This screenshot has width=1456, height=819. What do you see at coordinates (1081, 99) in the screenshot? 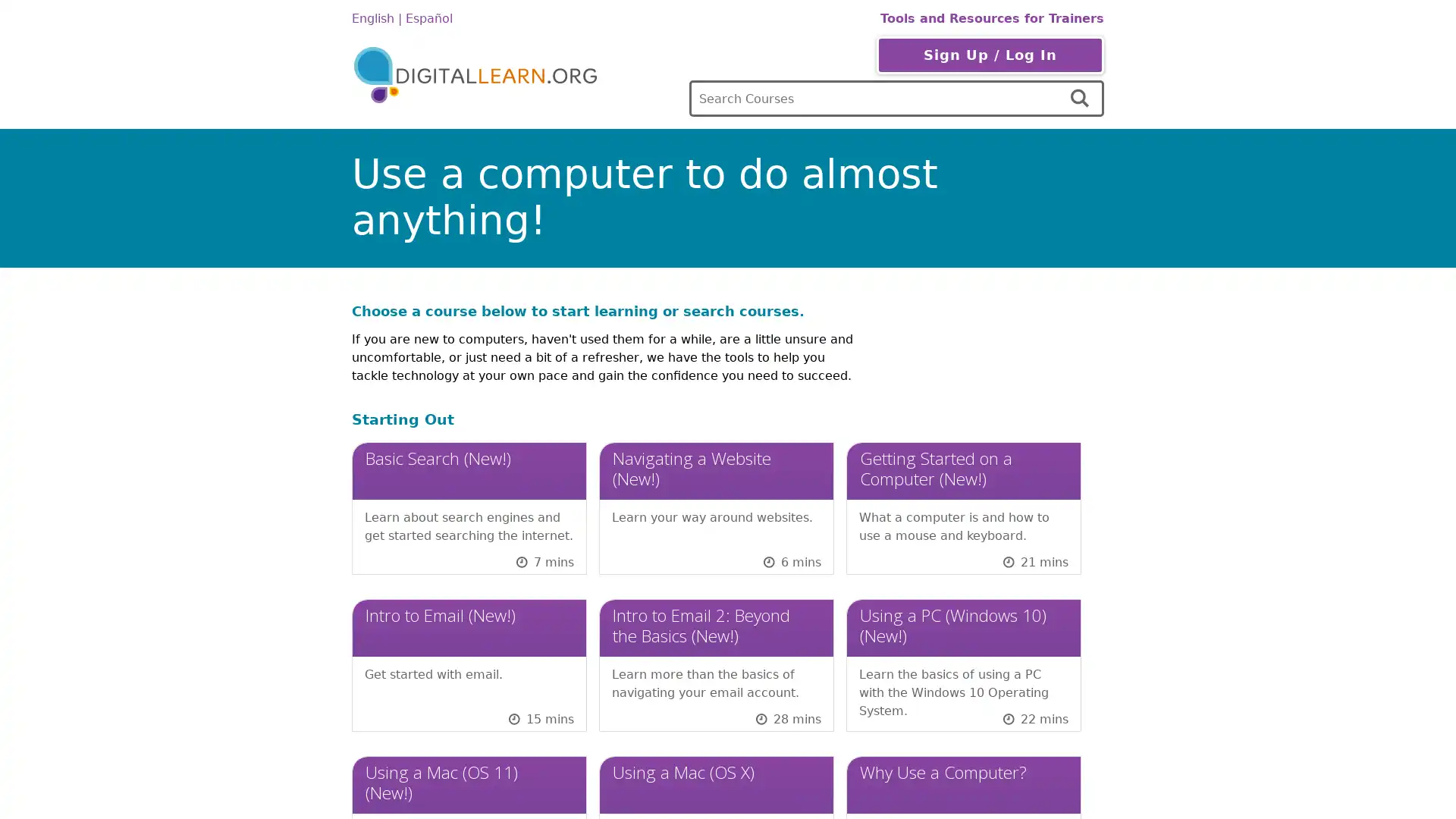
I see `search` at bounding box center [1081, 99].